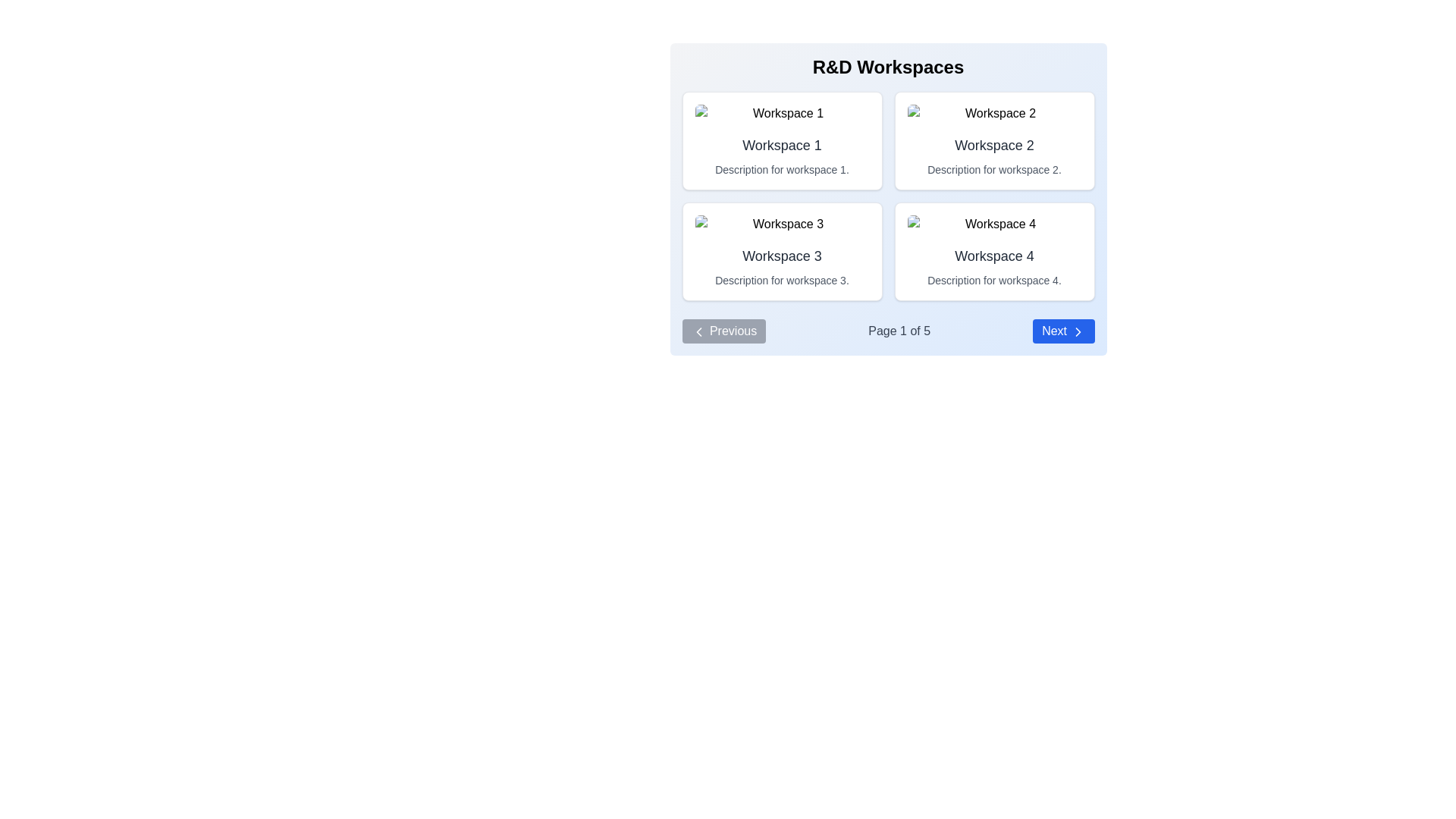 This screenshot has width=1456, height=819. Describe the element at coordinates (698, 331) in the screenshot. I see `the Vector icon indicating the functionality of navigating to the previous page` at that location.